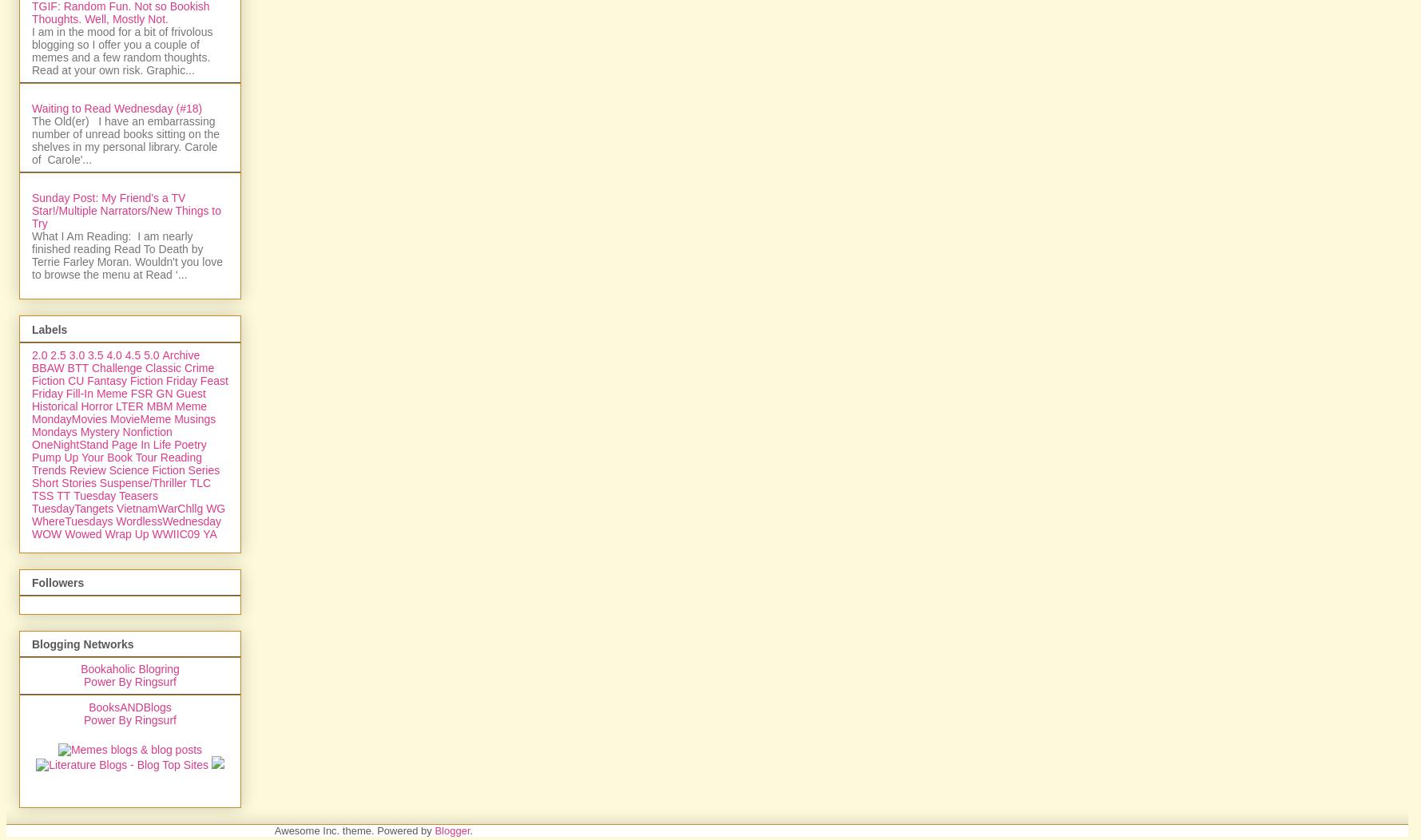 Image resolution: width=1421 pixels, height=840 pixels. Describe the element at coordinates (57, 526) in the screenshot. I see `'2.5'` at that location.